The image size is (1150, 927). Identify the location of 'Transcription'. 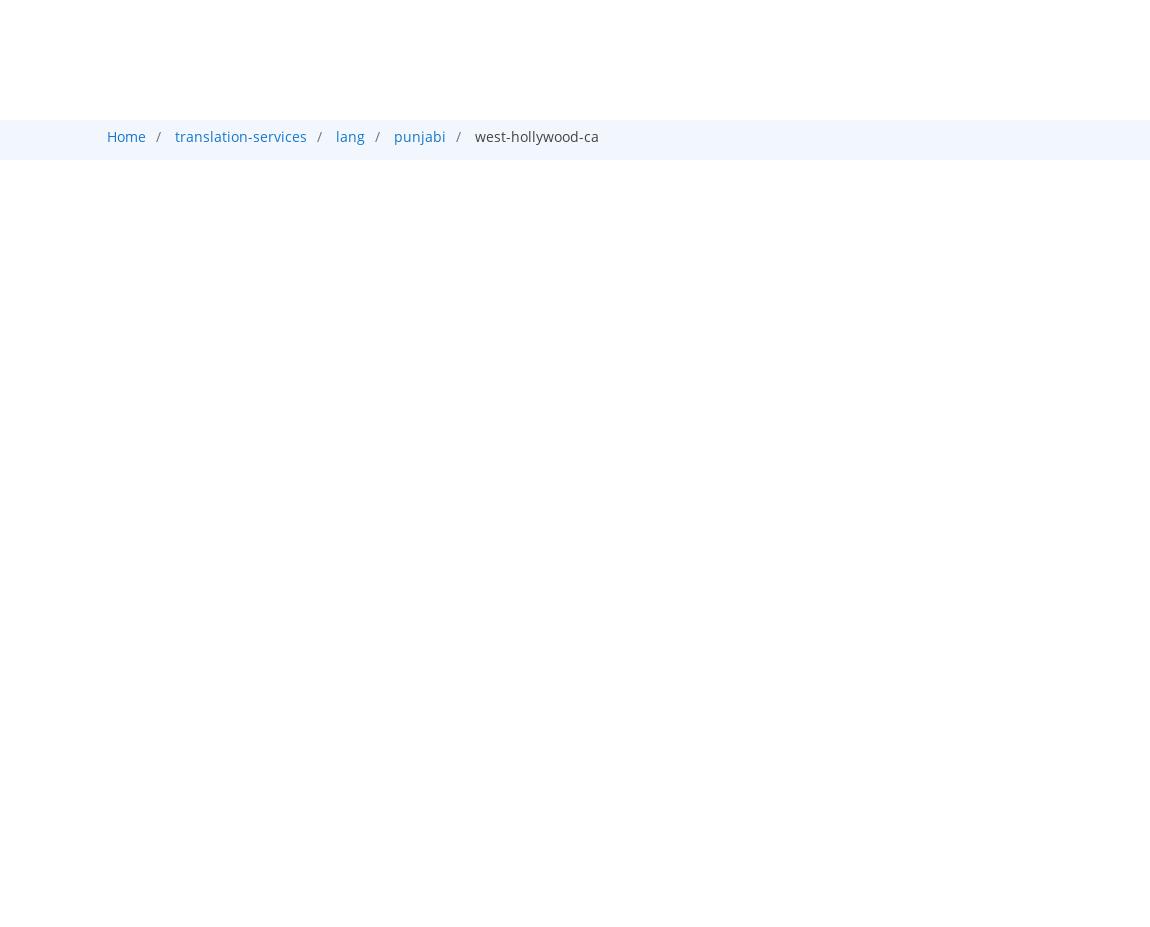
(654, 124).